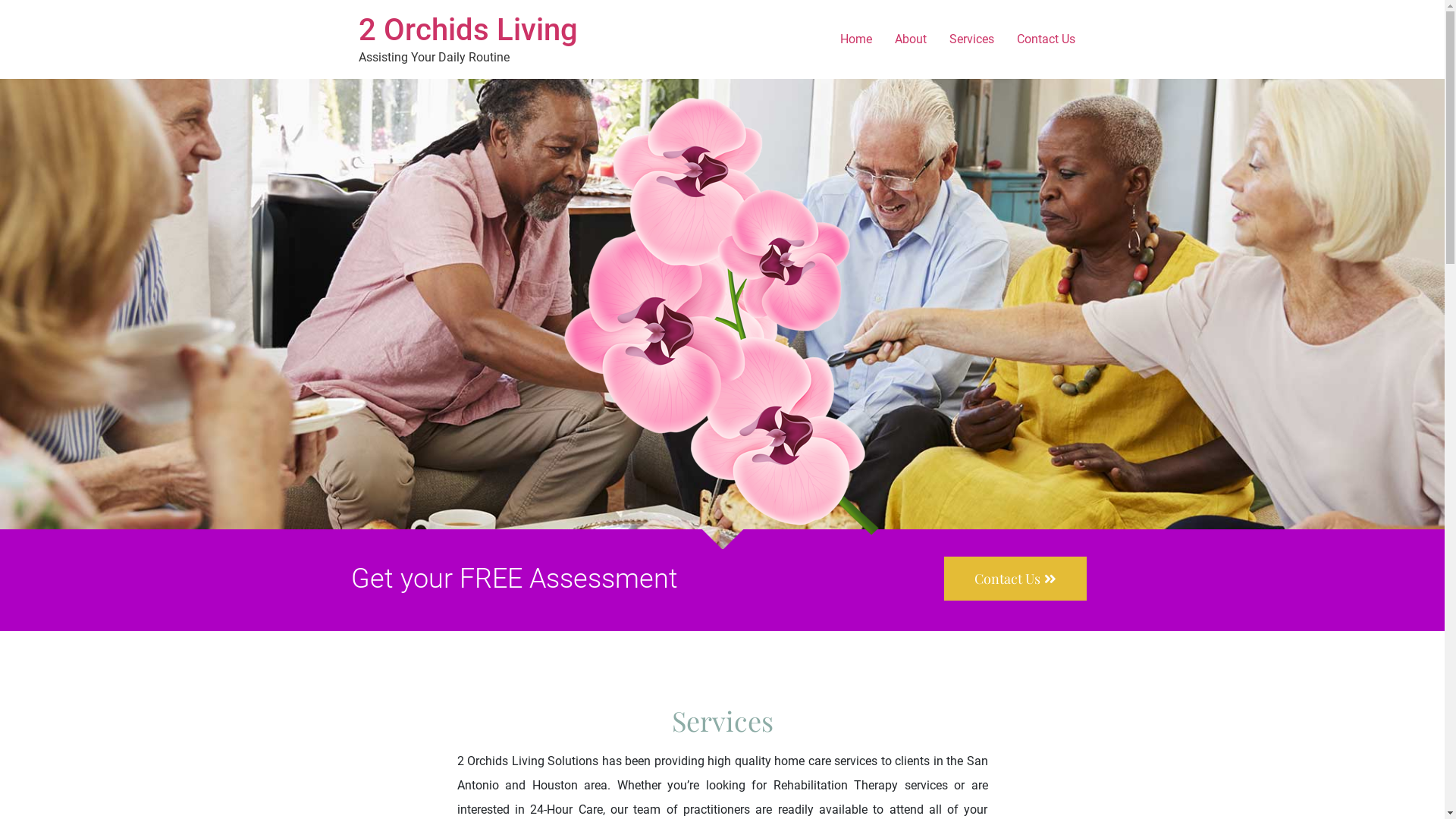 This screenshot has height=819, width=1456. What do you see at coordinates (1015, 579) in the screenshot?
I see `'Contact Us'` at bounding box center [1015, 579].